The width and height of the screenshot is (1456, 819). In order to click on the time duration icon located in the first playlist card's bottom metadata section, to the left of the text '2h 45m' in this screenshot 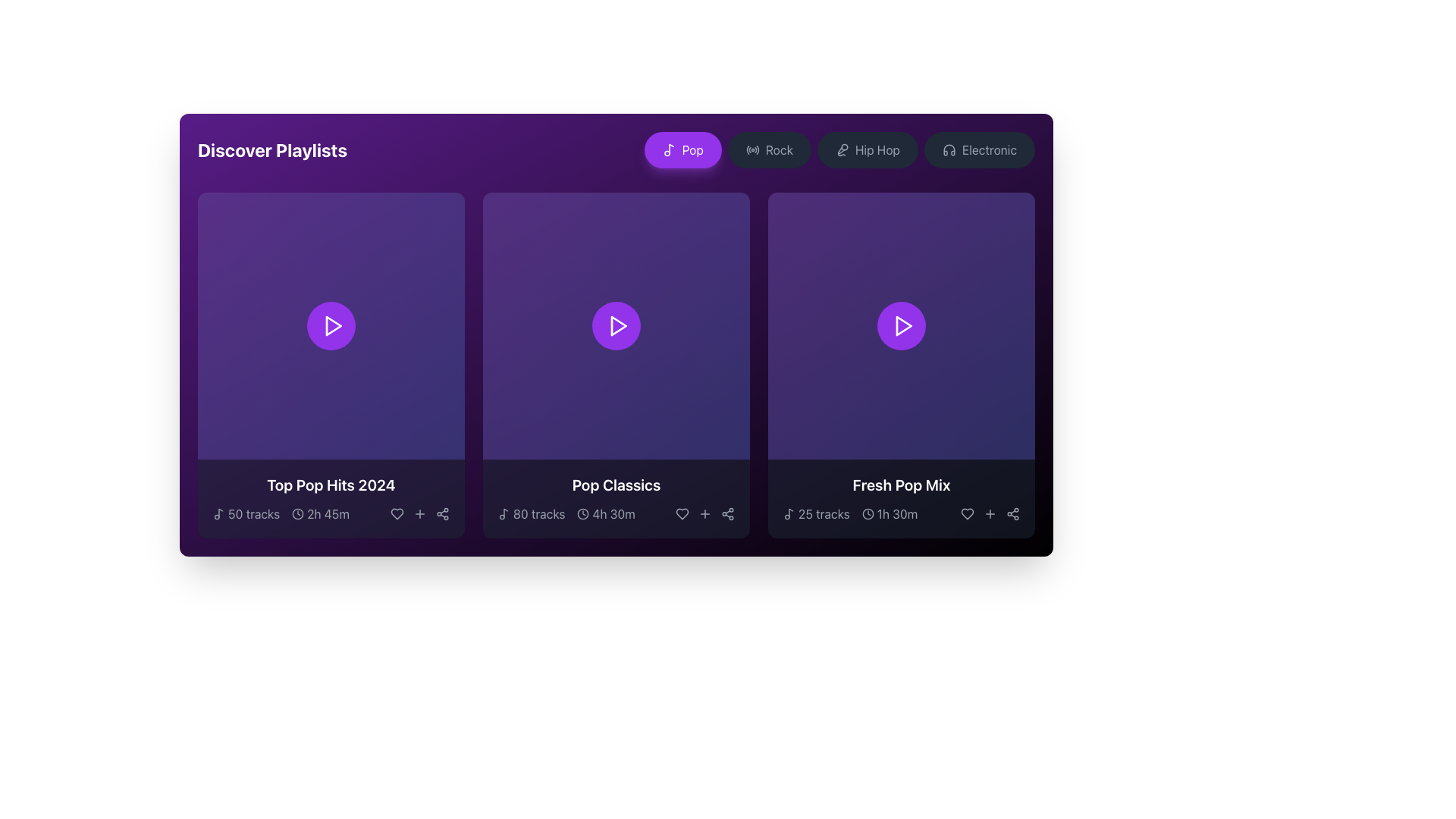, I will do `click(298, 513)`.